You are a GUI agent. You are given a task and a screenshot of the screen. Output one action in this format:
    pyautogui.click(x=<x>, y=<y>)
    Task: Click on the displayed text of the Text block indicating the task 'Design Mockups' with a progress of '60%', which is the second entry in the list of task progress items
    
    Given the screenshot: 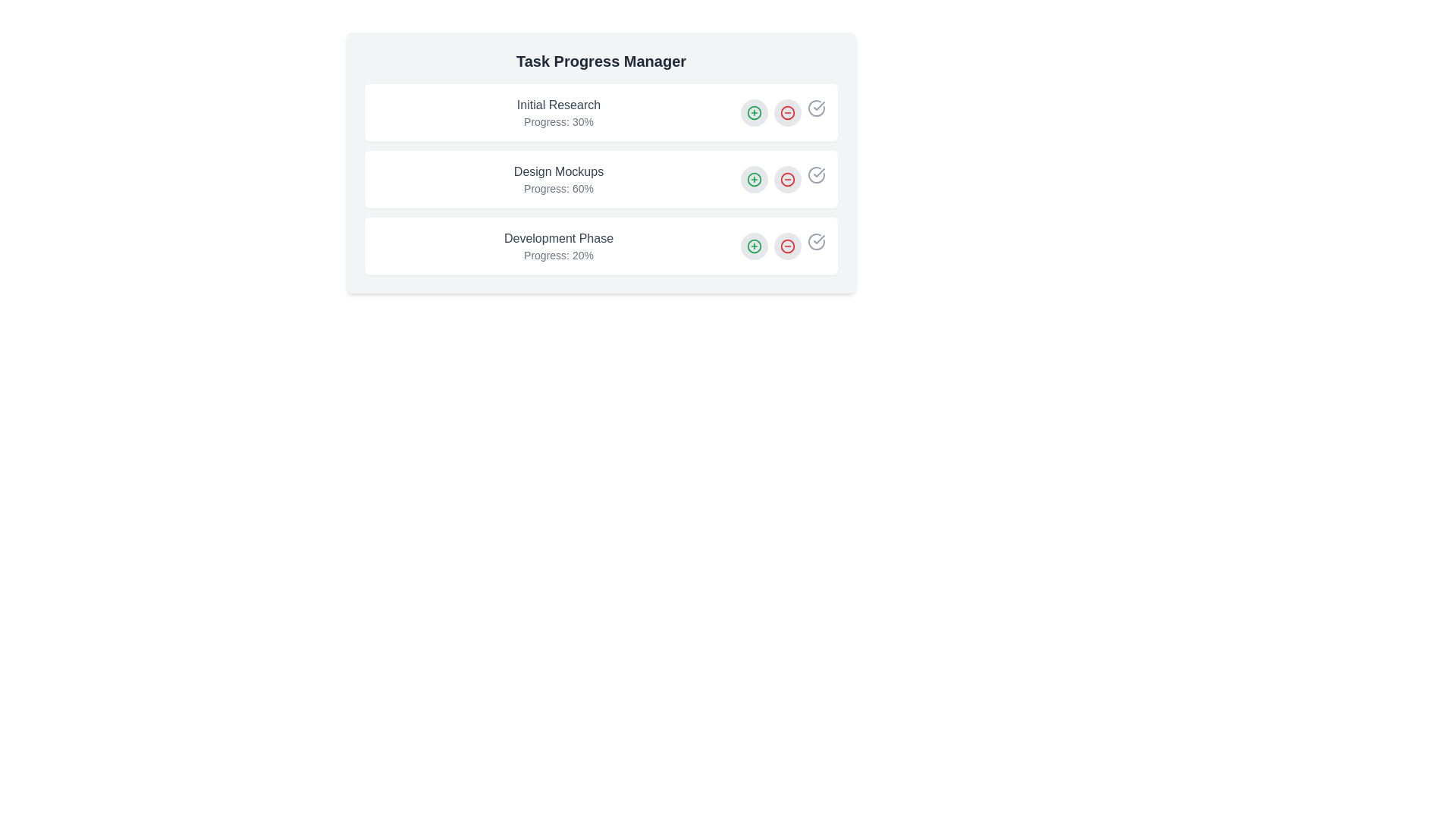 What is the action you would take?
    pyautogui.click(x=558, y=178)
    